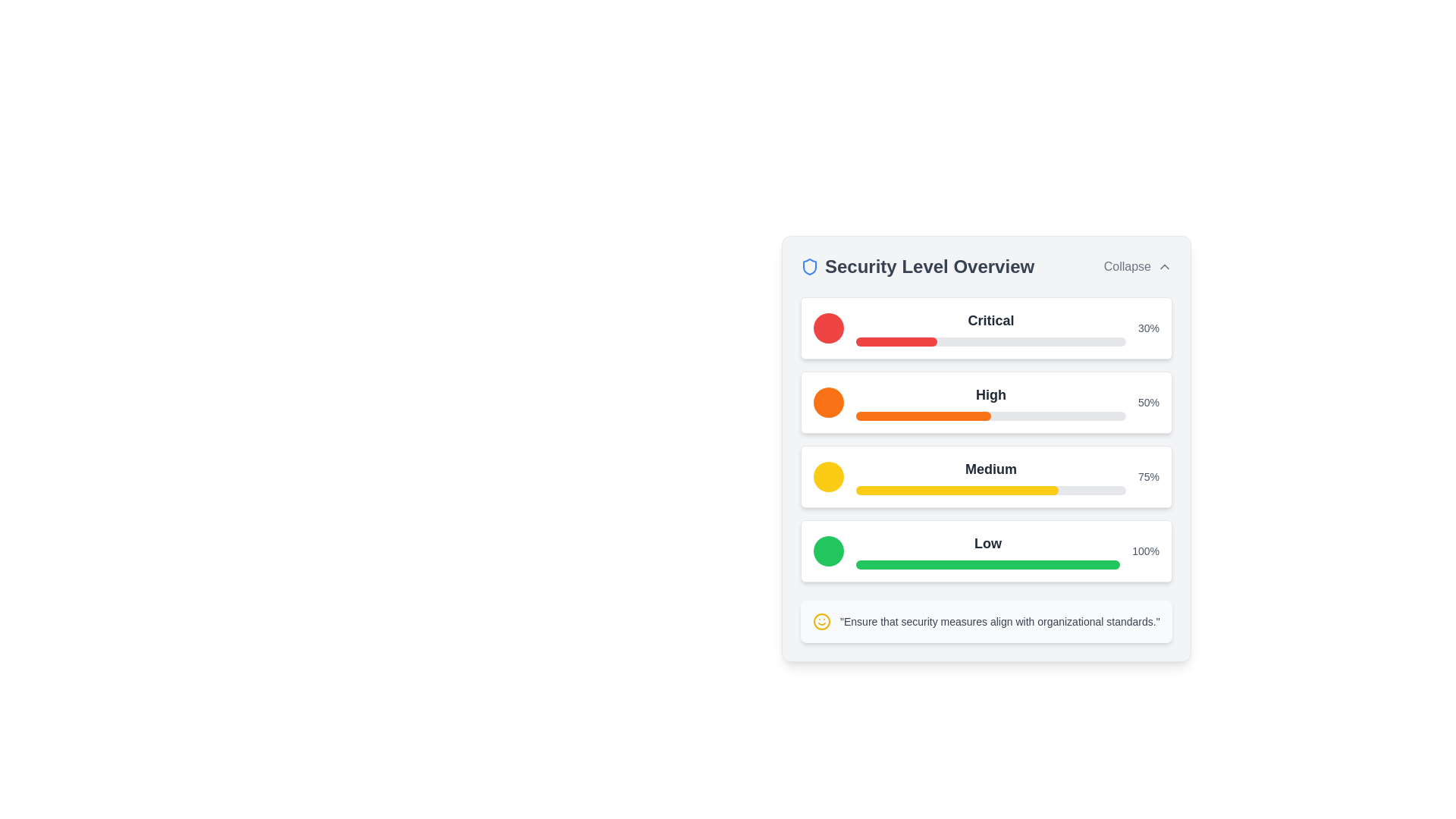 This screenshot has height=819, width=1456. Describe the element at coordinates (1146, 551) in the screenshot. I see `the '100%' text label located at the far right of the 'Low' row in the 'Security Level Overview' section for additional information` at that location.